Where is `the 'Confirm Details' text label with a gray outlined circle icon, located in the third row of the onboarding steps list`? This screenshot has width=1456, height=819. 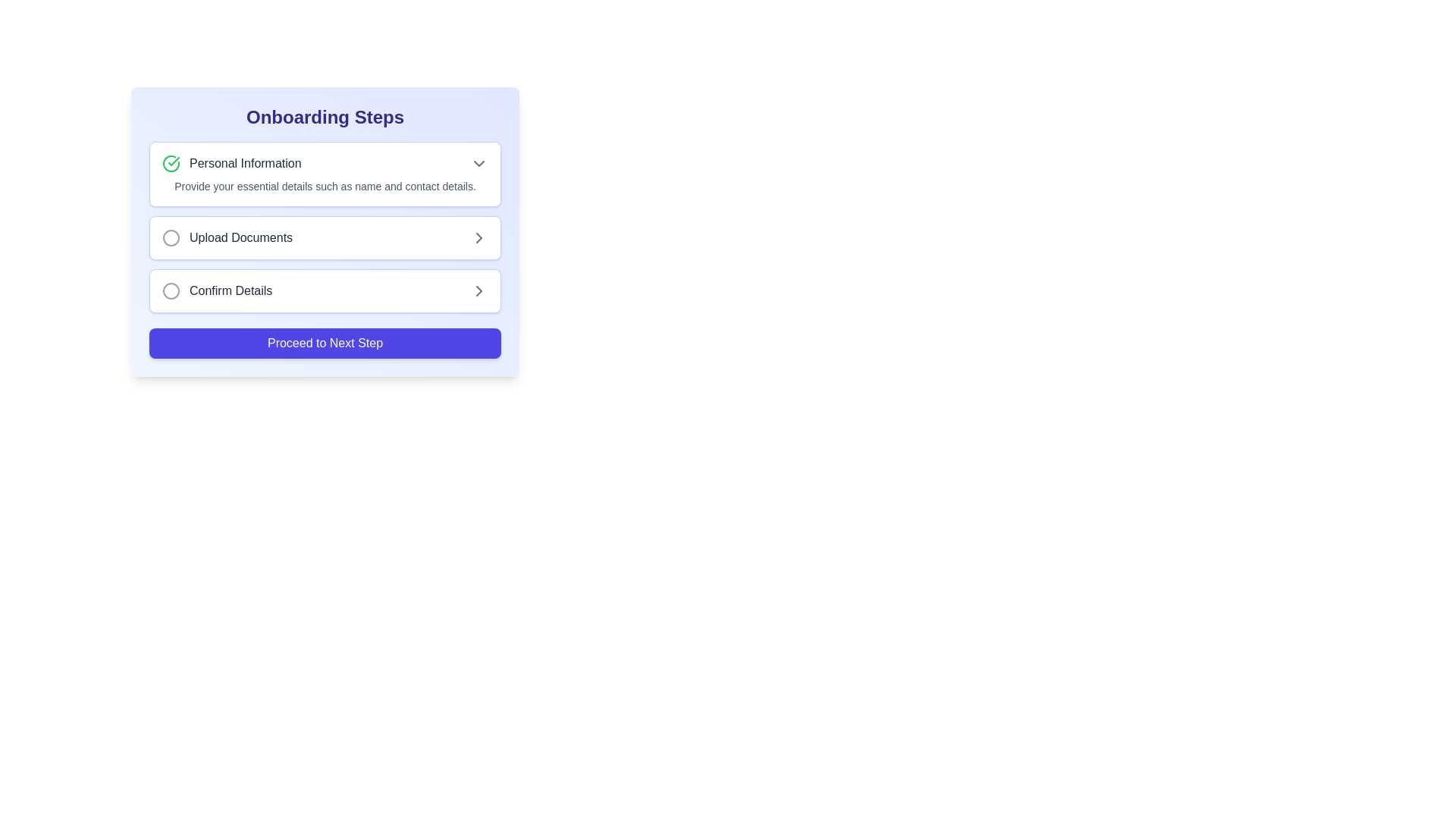
the 'Confirm Details' text label with a gray outlined circle icon, located in the third row of the onboarding steps list is located at coordinates (216, 291).